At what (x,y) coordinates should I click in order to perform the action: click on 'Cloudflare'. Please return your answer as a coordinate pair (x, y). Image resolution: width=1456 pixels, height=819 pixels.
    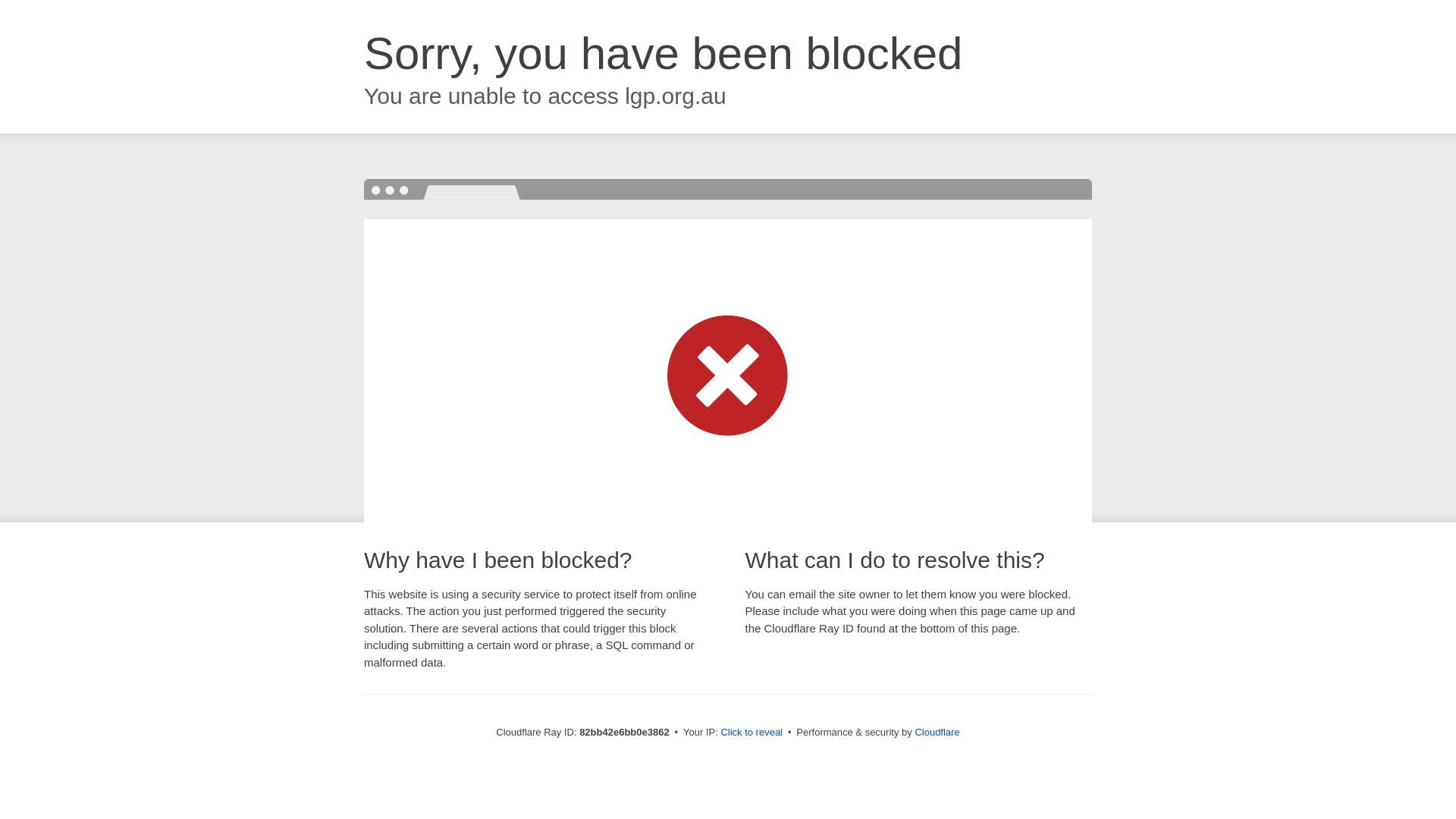
    Looking at the image, I should click on (936, 731).